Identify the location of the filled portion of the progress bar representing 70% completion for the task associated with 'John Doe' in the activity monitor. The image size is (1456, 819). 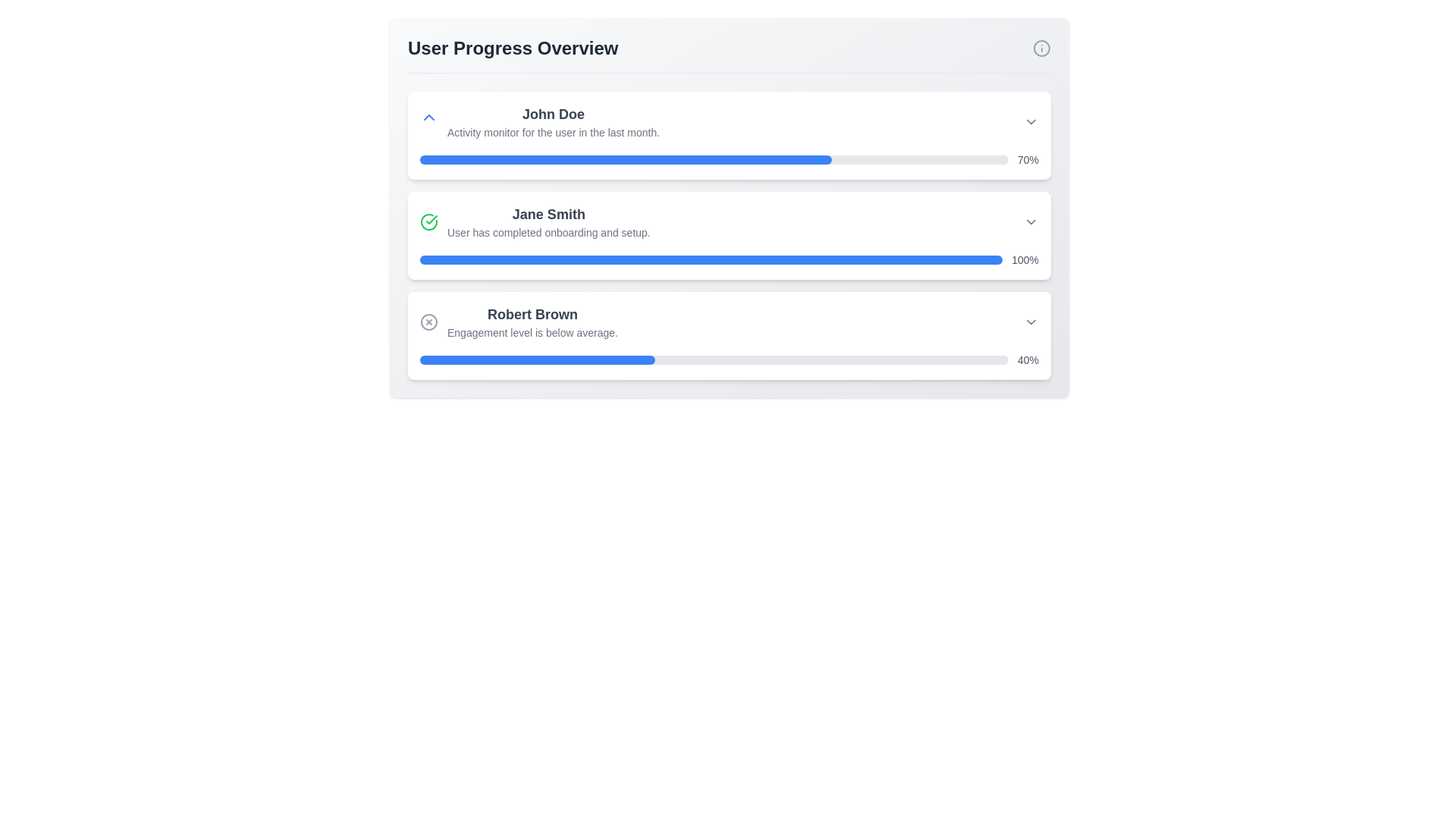
(626, 160).